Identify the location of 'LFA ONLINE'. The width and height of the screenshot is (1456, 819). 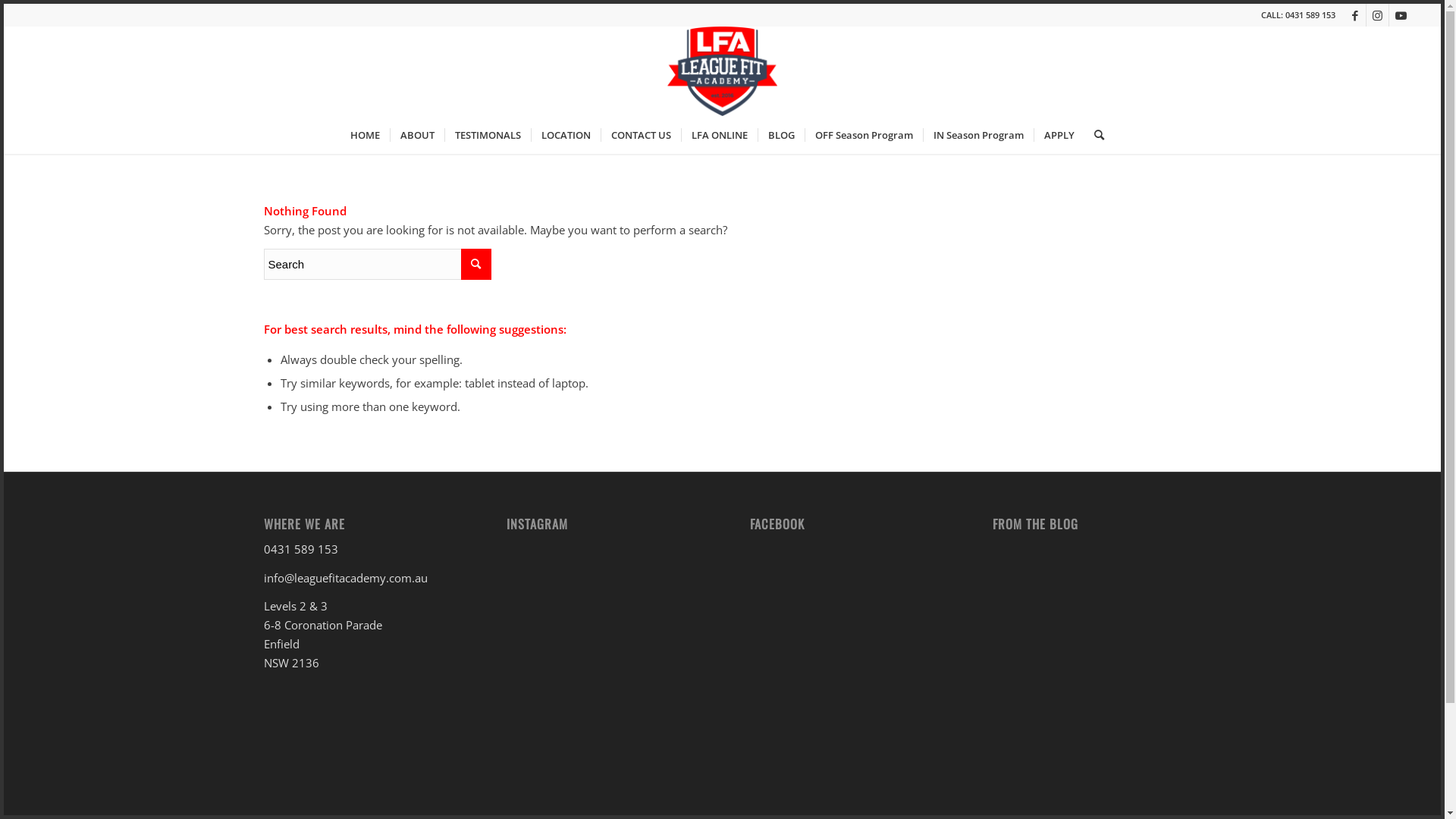
(718, 133).